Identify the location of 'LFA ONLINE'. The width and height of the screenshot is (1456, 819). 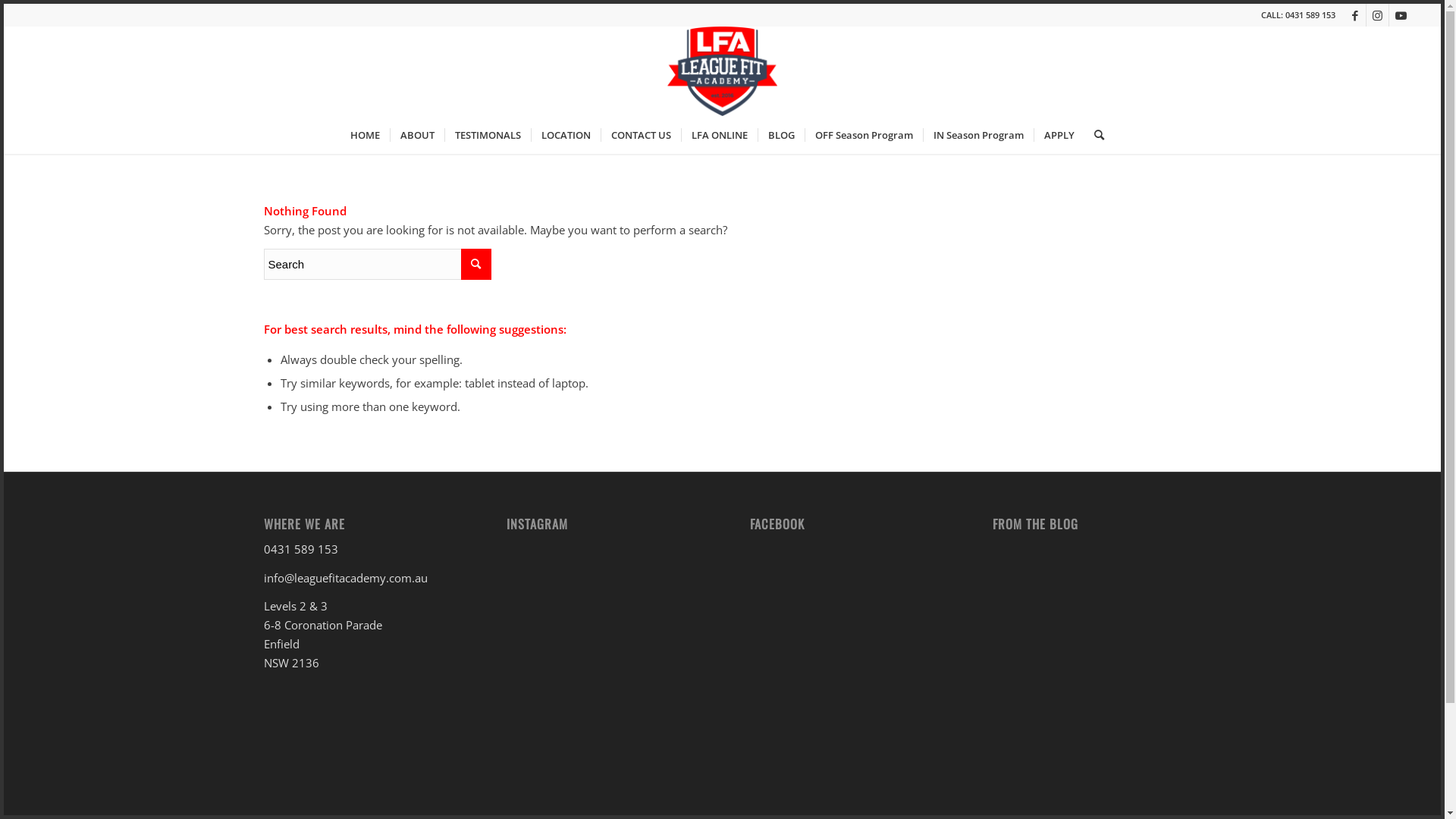
(718, 133).